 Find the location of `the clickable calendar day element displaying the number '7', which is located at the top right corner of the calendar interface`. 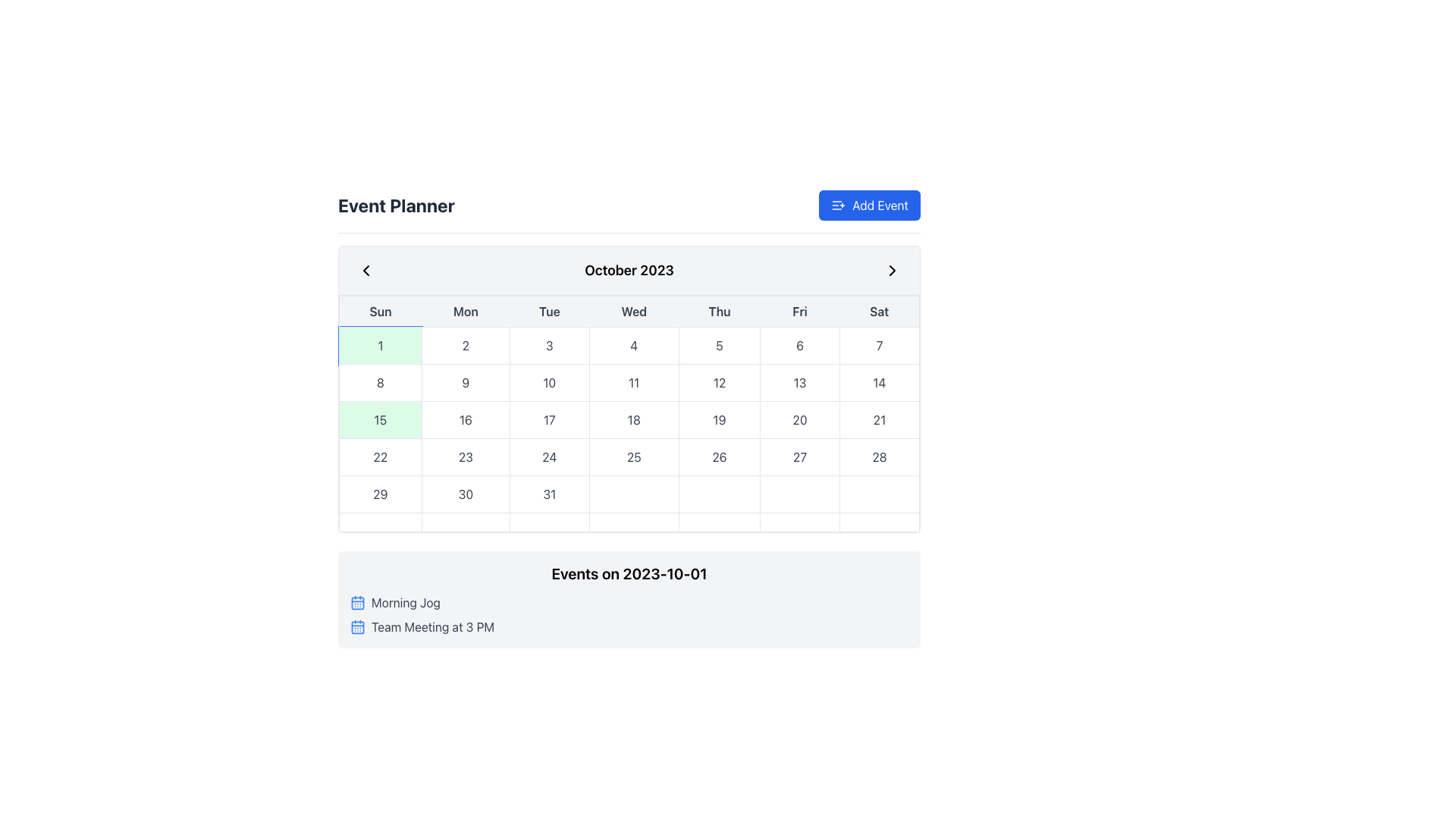

the clickable calendar day element displaying the number '7', which is located at the top right corner of the calendar interface is located at coordinates (879, 345).